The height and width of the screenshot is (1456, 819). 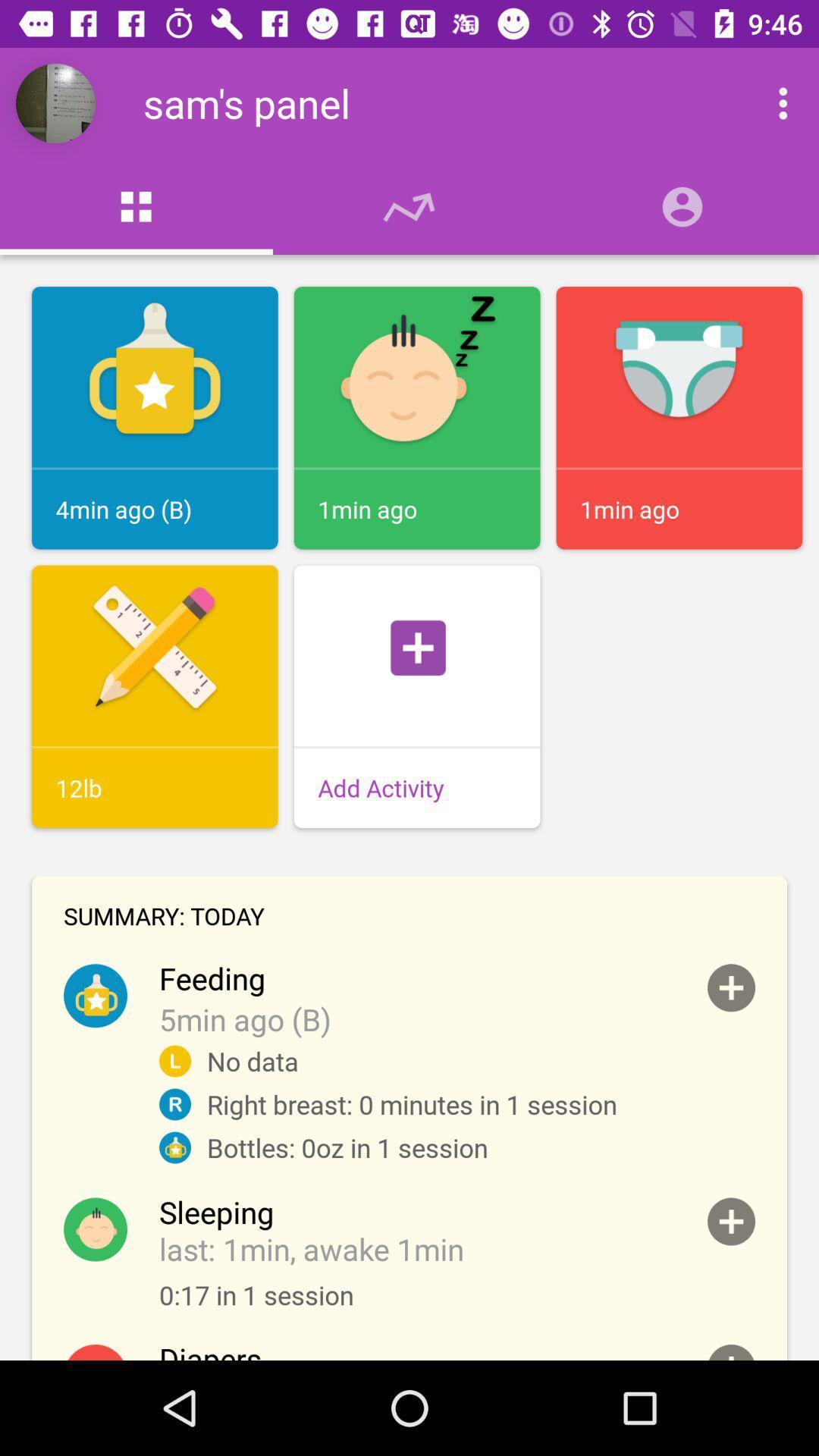 What do you see at coordinates (730, 1352) in the screenshot?
I see `to the summary` at bounding box center [730, 1352].